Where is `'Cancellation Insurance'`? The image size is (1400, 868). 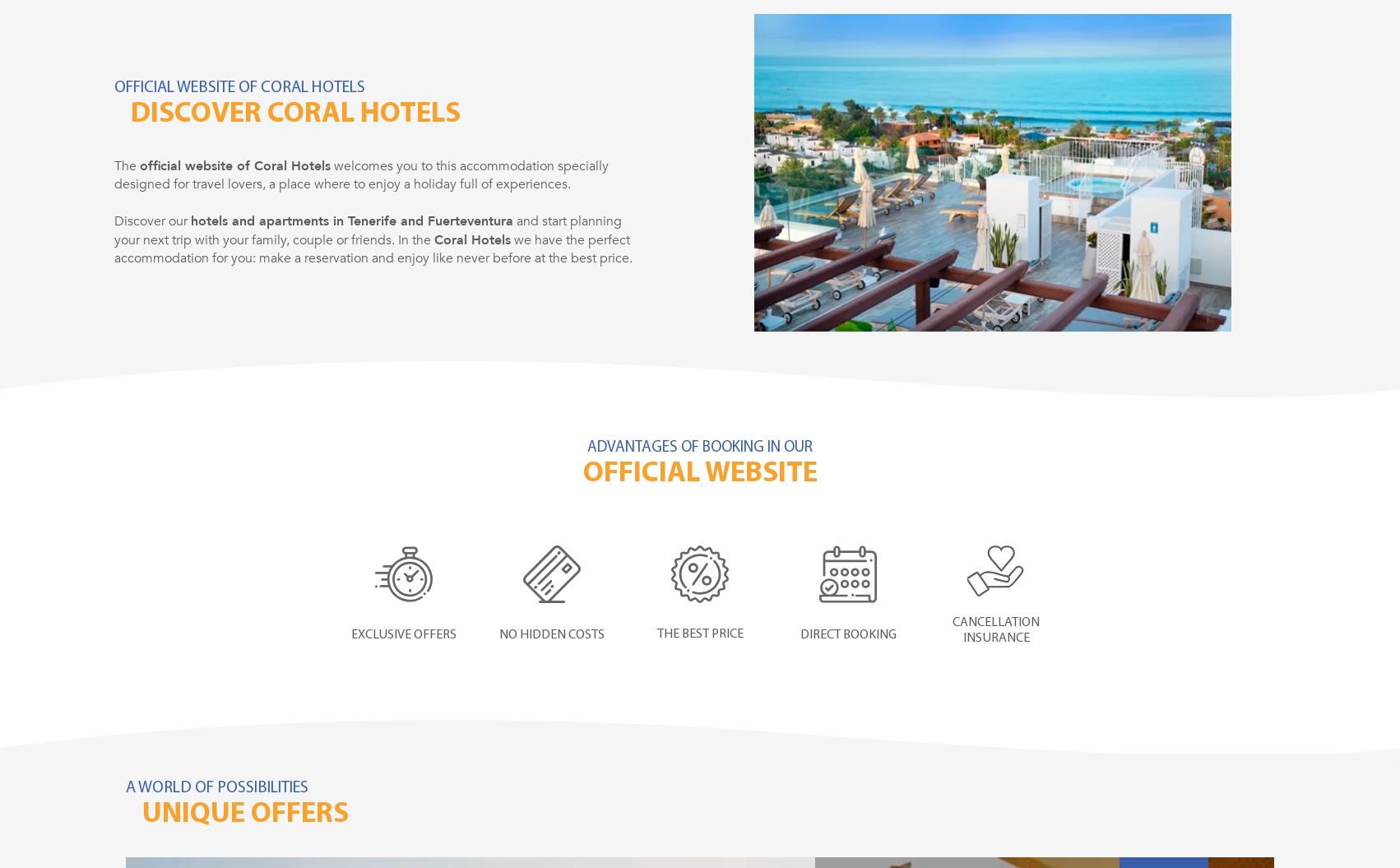 'Cancellation Insurance' is located at coordinates (995, 629).